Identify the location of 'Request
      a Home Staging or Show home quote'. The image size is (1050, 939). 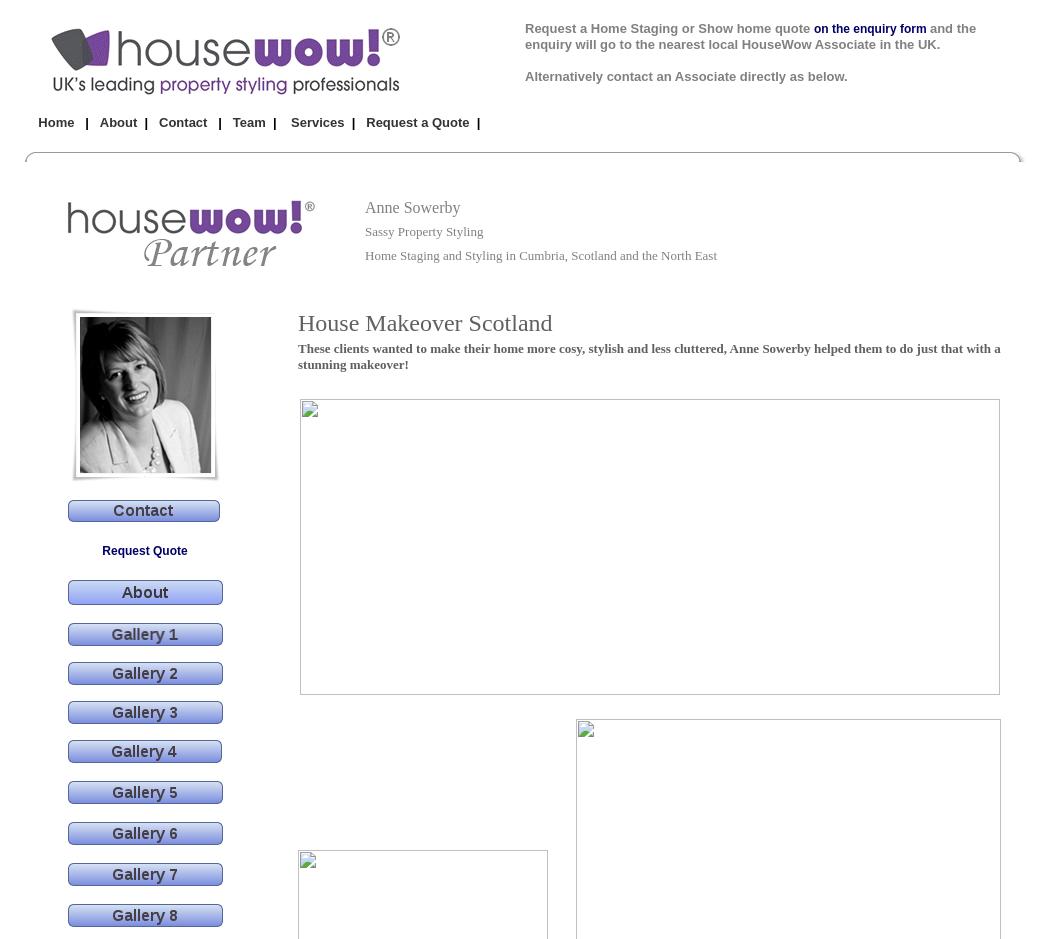
(525, 28).